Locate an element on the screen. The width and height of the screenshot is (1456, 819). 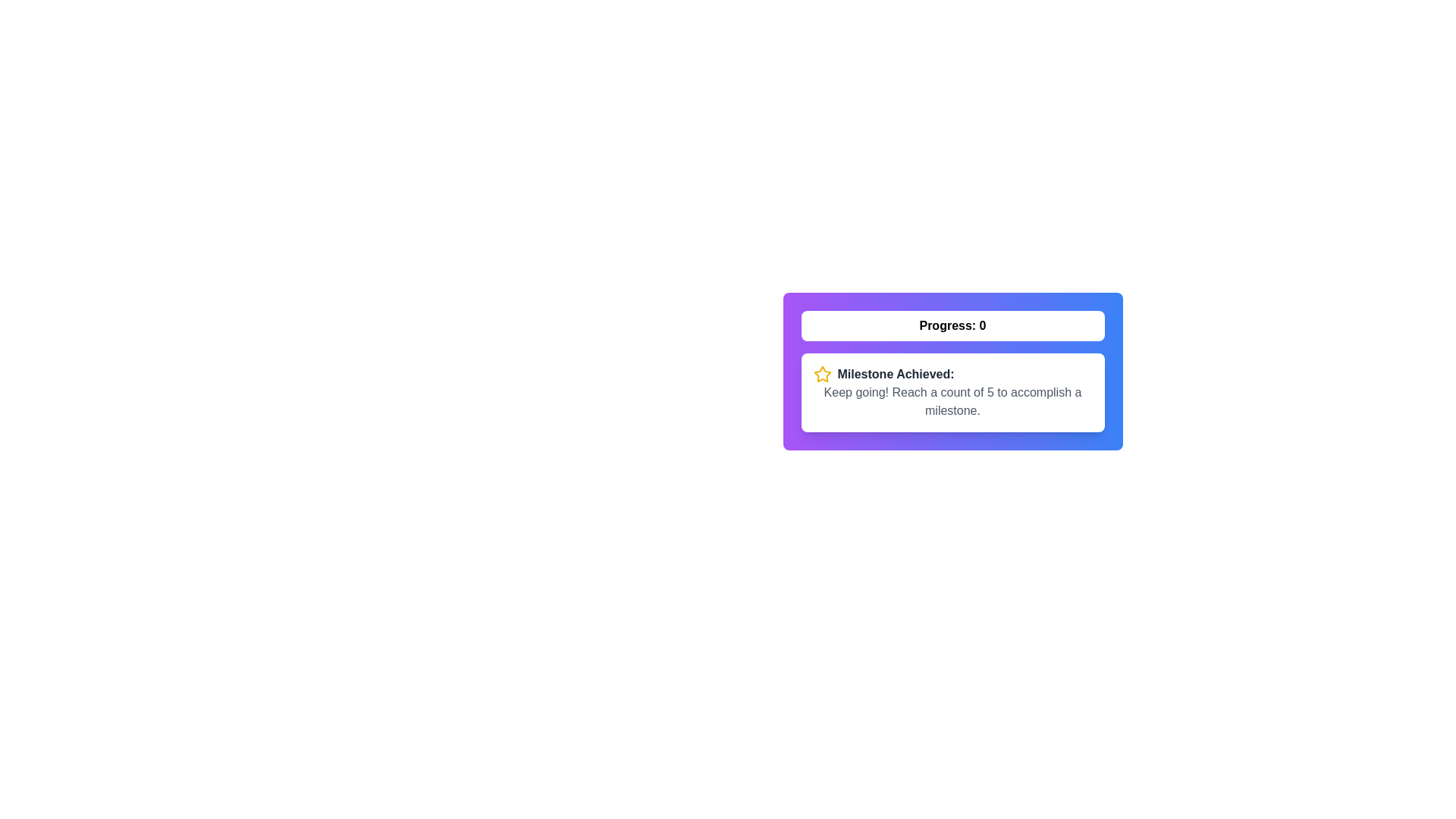
the button labeled 'Progress: 0', which is a rectangular button with a white background and bold black text, to trigger visual changes is located at coordinates (952, 325).